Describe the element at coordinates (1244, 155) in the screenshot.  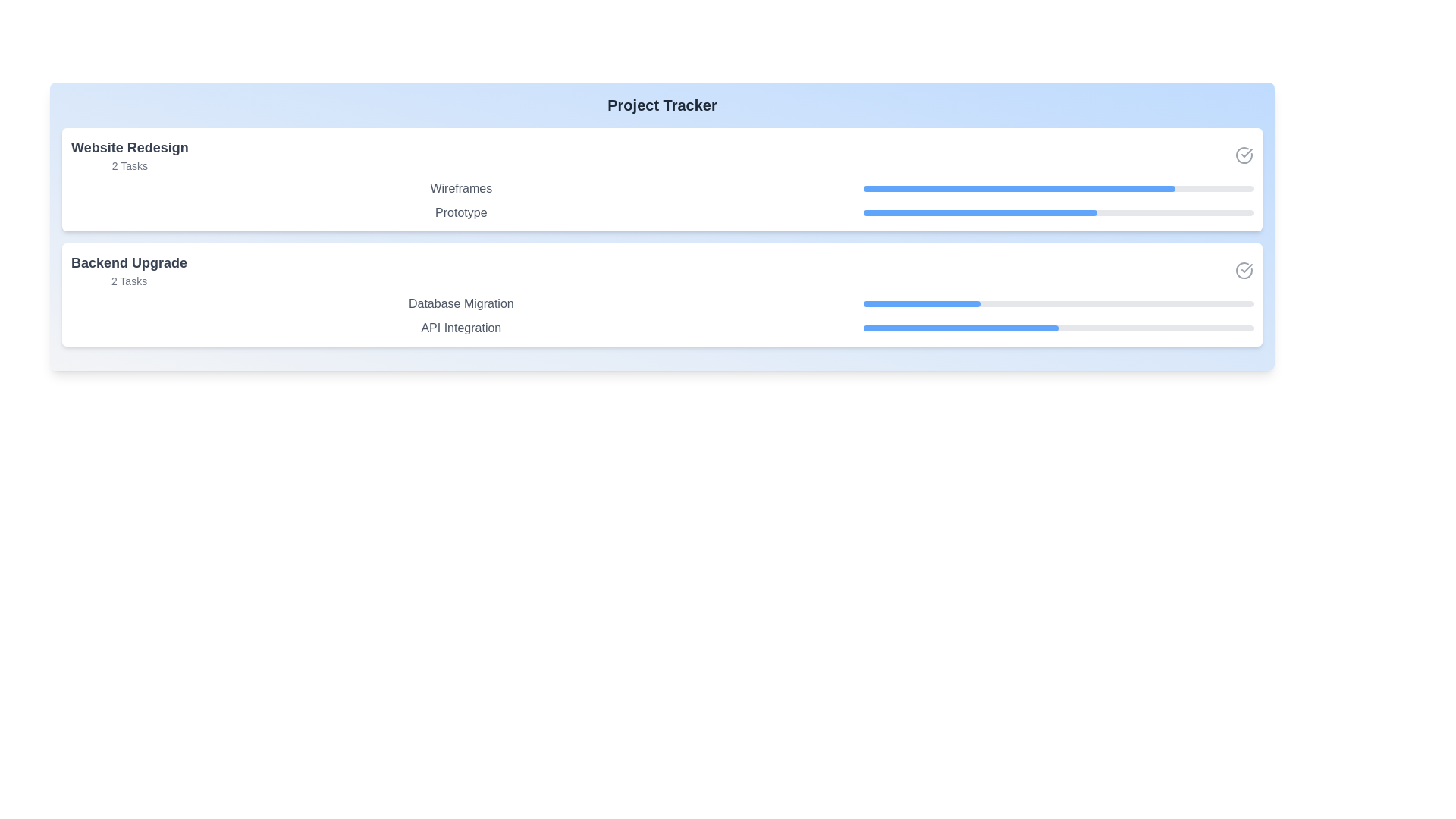
I see `the status indicator icon located in the top-right corner of the task card for 'Website Redesign'` at that location.